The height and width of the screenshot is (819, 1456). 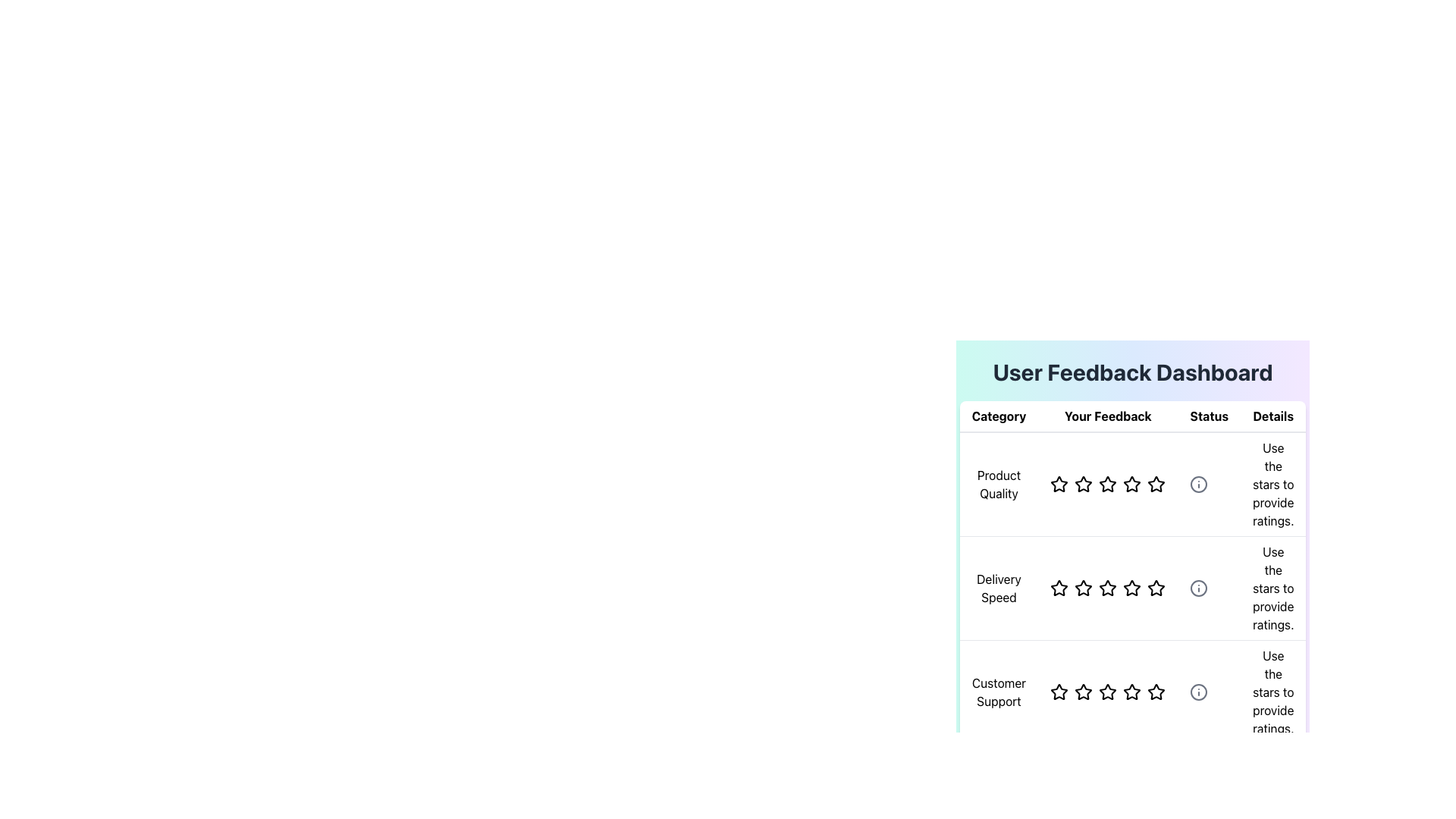 What do you see at coordinates (1273, 484) in the screenshot?
I see `the static text element displaying 'Use the stars to provide ratings.' located in the 'Details' column of the user feedback dashboard, aligned with the 'Product Quality' row` at bounding box center [1273, 484].